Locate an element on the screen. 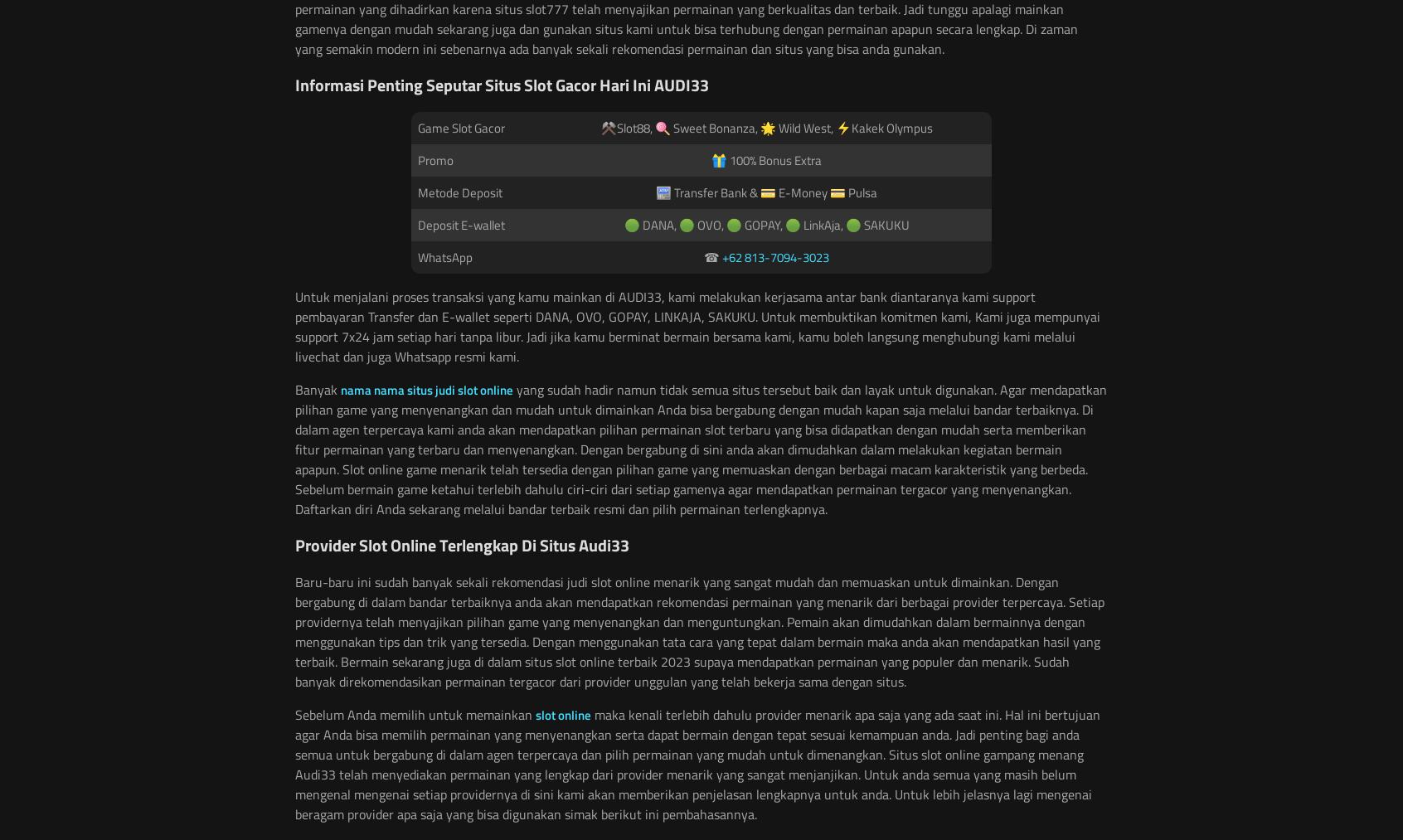 The width and height of the screenshot is (1403, 840). 'Deposit E-wallet' is located at coordinates (461, 223).